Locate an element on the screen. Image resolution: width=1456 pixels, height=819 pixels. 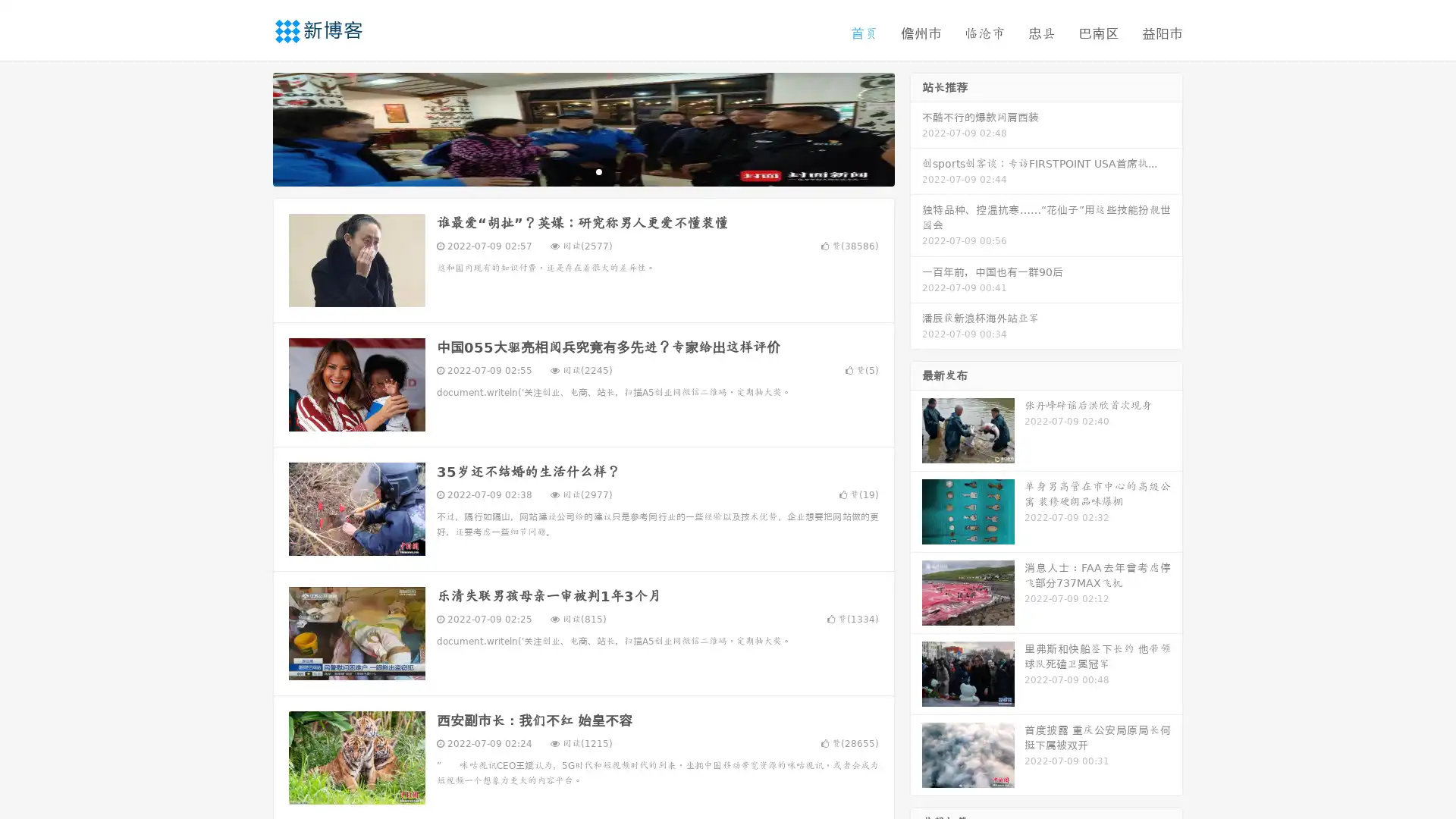
Go to slide 2 is located at coordinates (582, 171).